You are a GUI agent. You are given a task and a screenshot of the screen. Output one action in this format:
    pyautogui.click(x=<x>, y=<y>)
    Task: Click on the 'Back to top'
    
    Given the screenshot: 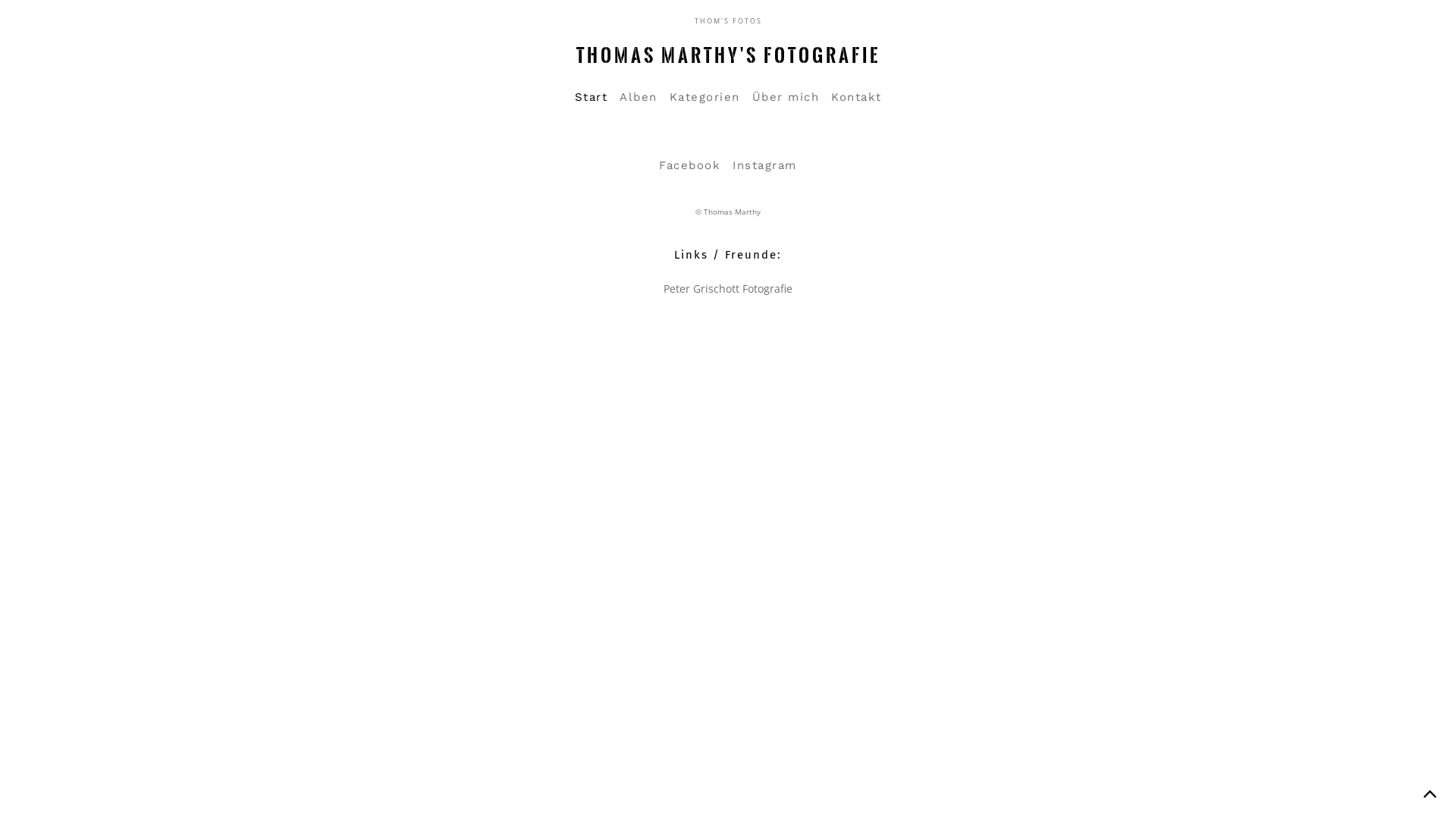 What is the action you would take?
    pyautogui.click(x=1429, y=792)
    